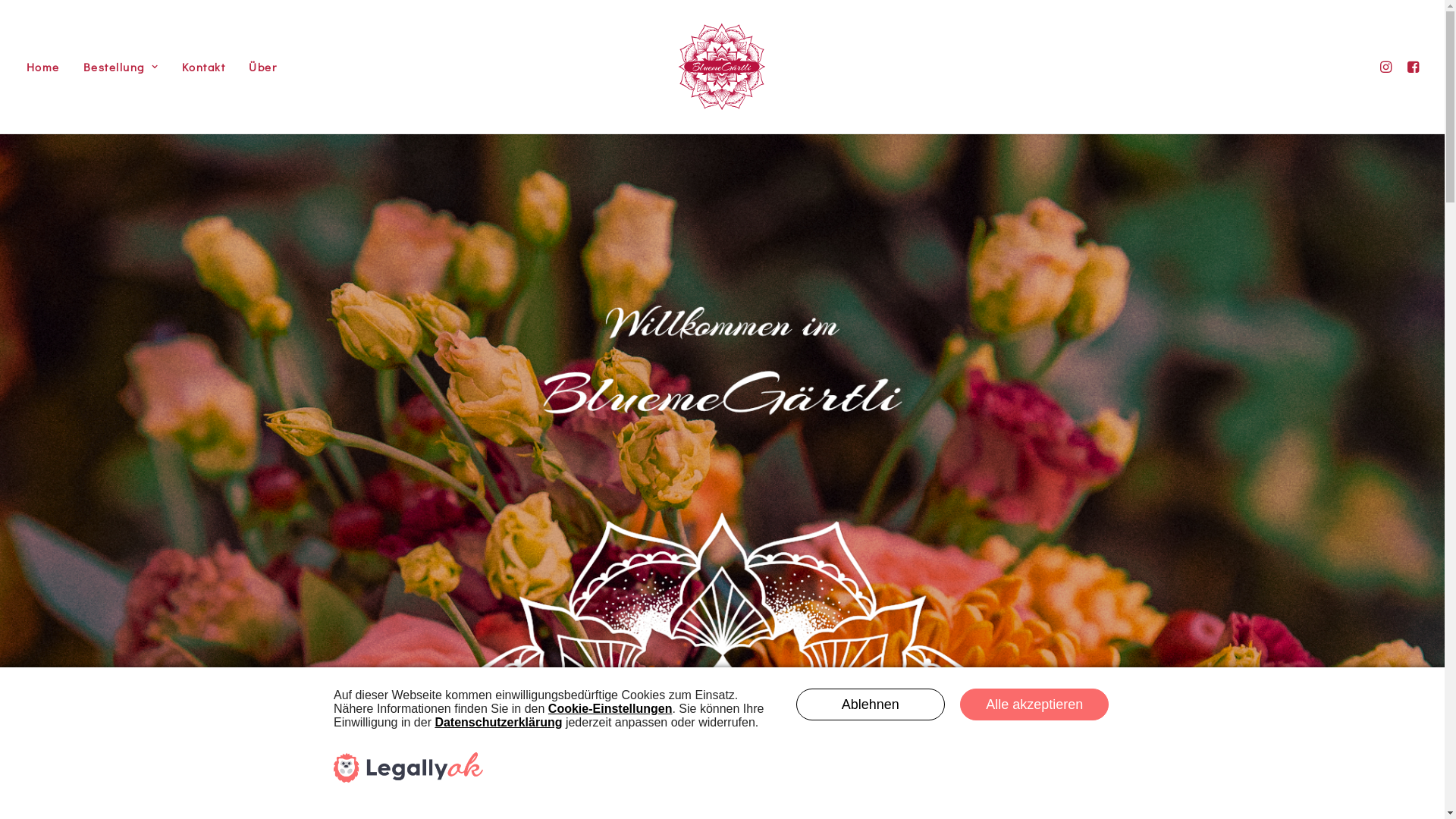 Image resolution: width=1456 pixels, height=819 pixels. Describe the element at coordinates (47, 66) in the screenshot. I see `'Home'` at that location.